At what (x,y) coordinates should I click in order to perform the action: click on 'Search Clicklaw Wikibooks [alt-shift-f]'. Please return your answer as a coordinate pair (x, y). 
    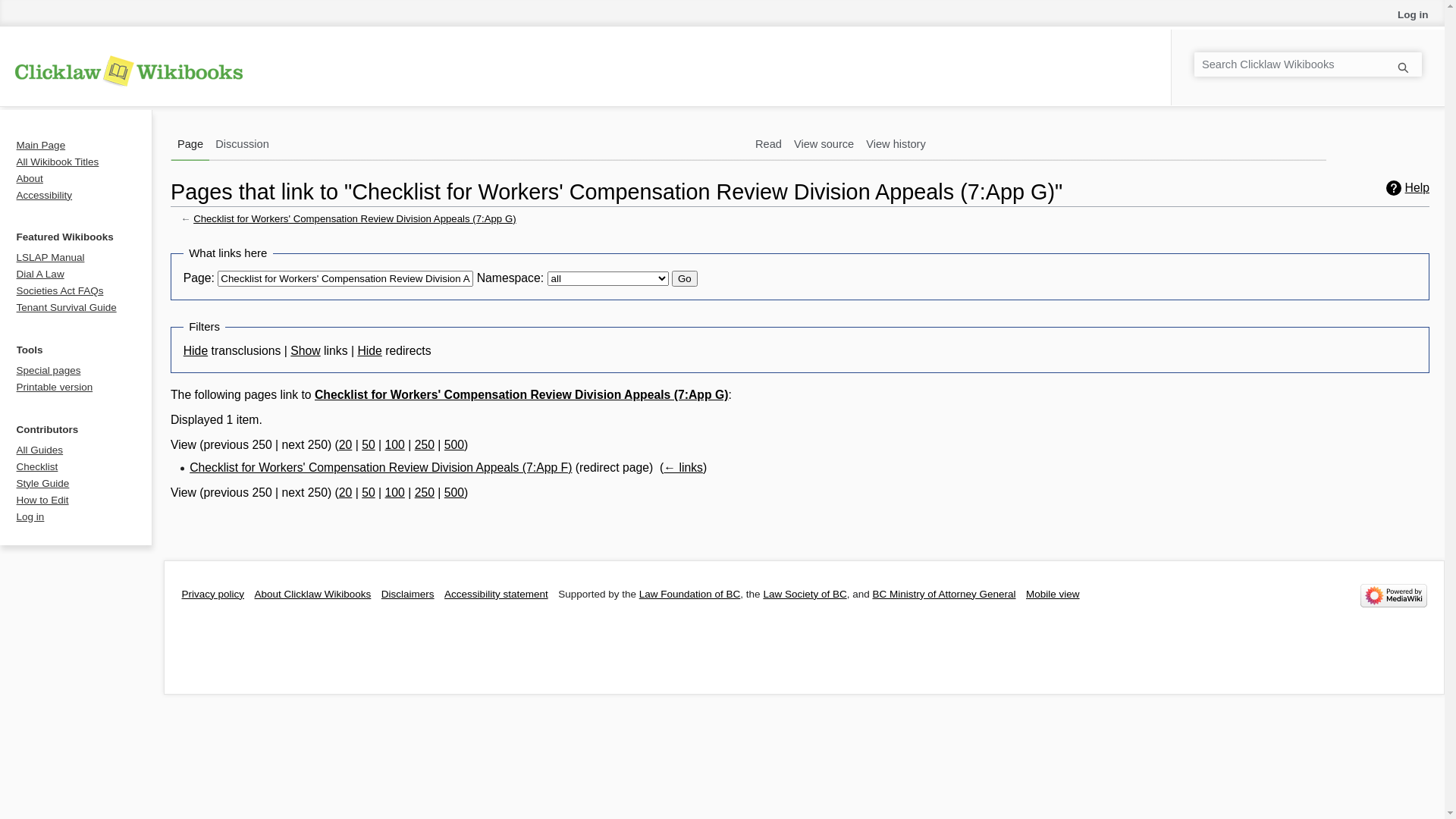
    Looking at the image, I should click on (1307, 63).